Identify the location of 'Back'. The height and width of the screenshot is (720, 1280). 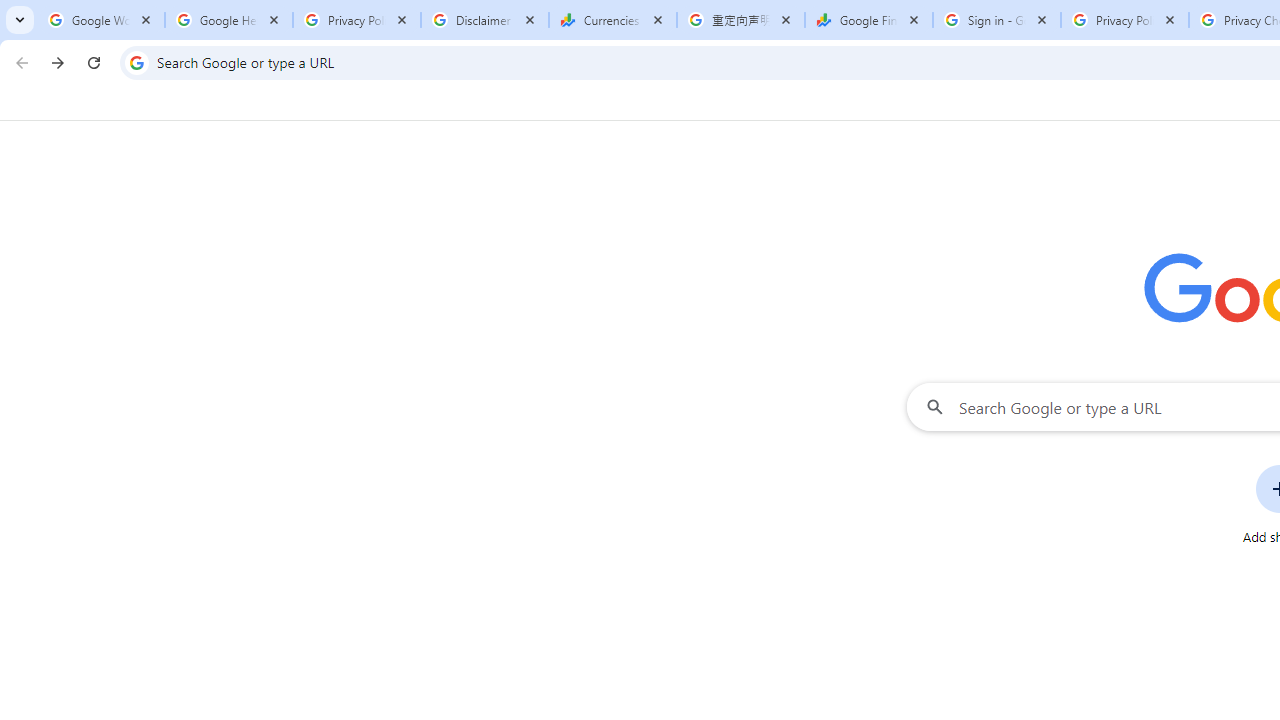
(19, 61).